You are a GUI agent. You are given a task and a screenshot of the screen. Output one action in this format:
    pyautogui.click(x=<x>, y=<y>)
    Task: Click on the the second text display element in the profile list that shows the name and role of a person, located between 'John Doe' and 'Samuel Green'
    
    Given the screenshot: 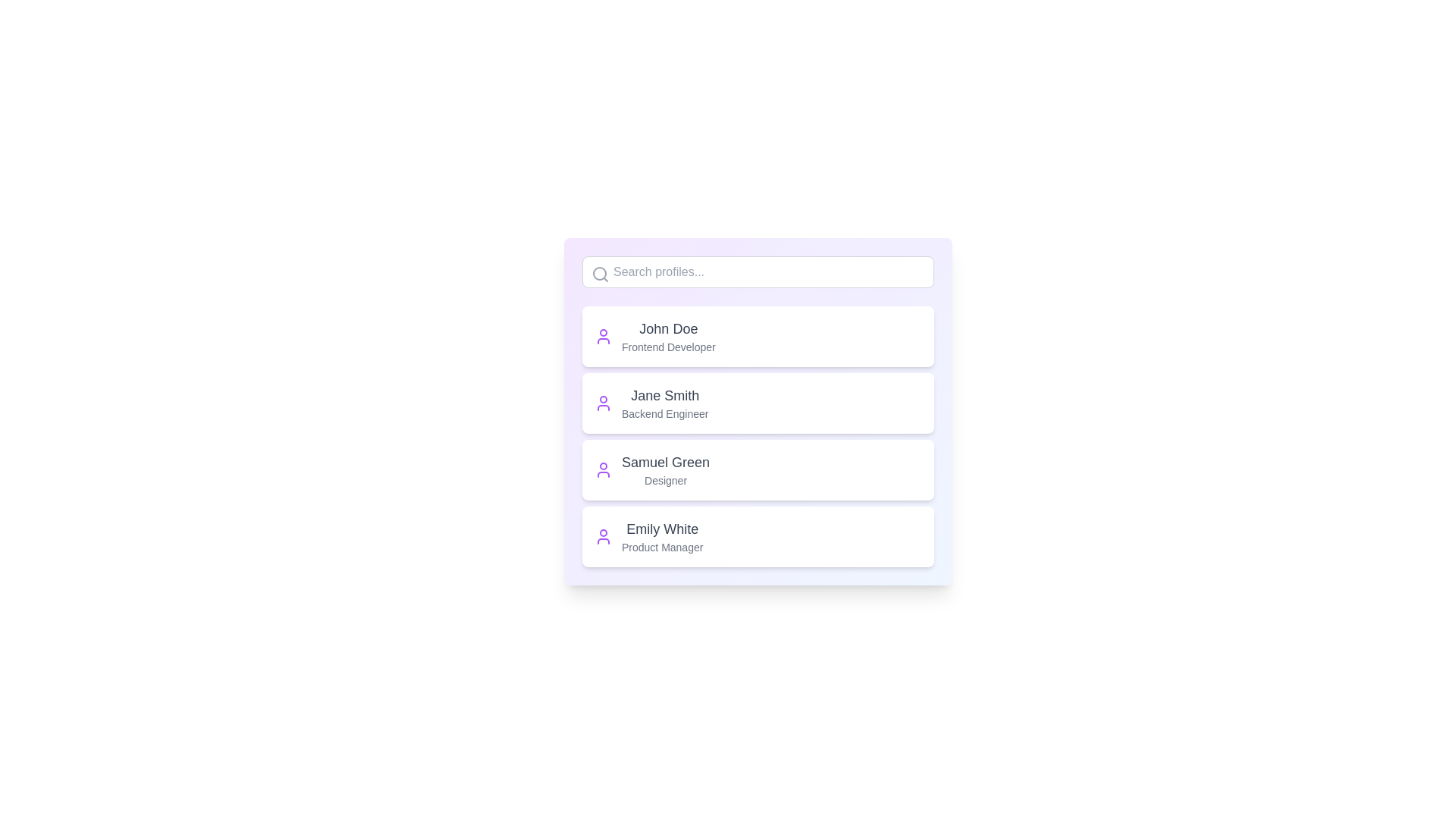 What is the action you would take?
    pyautogui.click(x=665, y=403)
    